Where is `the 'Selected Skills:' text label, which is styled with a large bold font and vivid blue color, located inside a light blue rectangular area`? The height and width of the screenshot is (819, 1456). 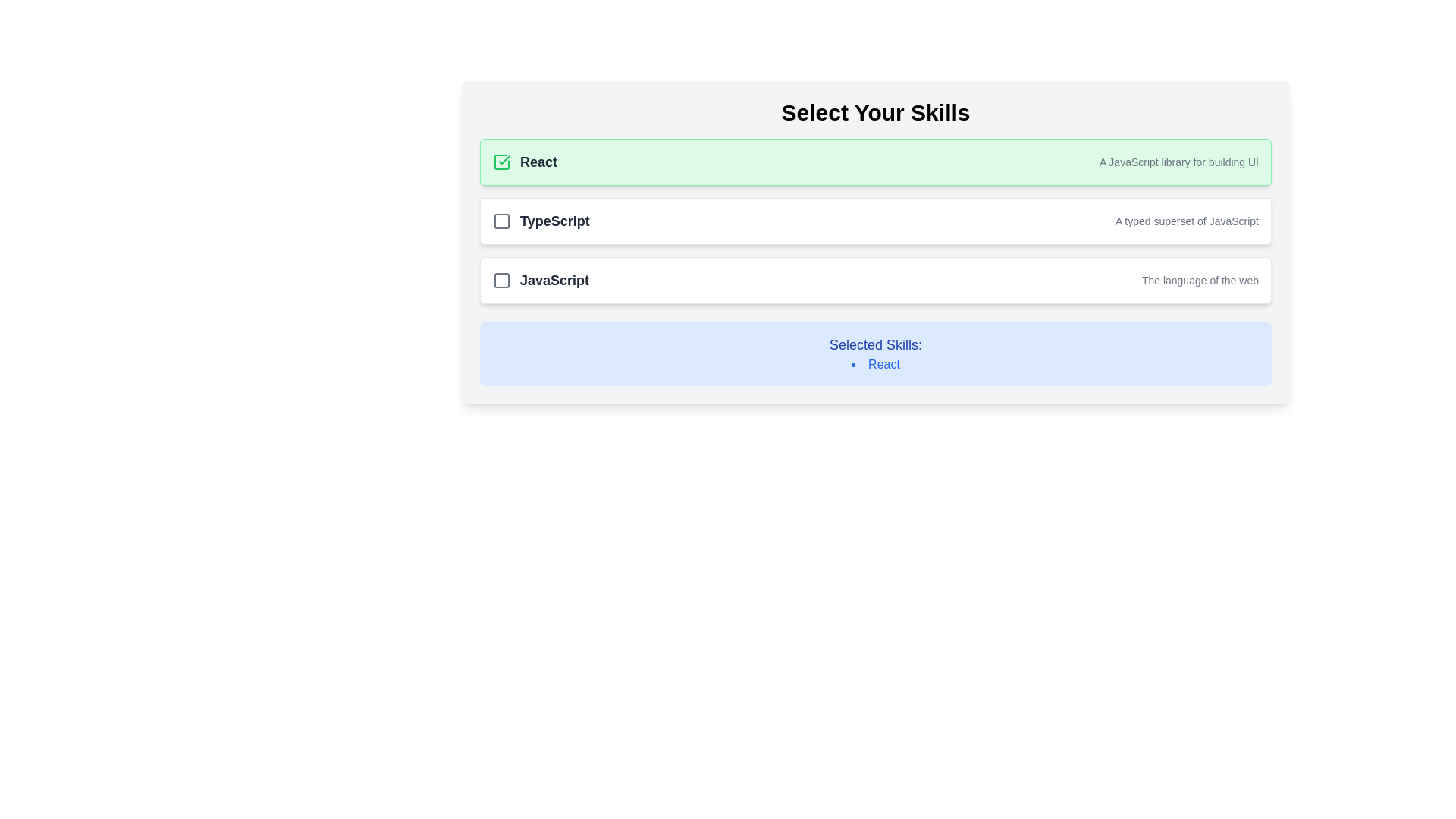
the 'Selected Skills:' text label, which is styled with a large bold font and vivid blue color, located inside a light blue rectangular area is located at coordinates (876, 345).